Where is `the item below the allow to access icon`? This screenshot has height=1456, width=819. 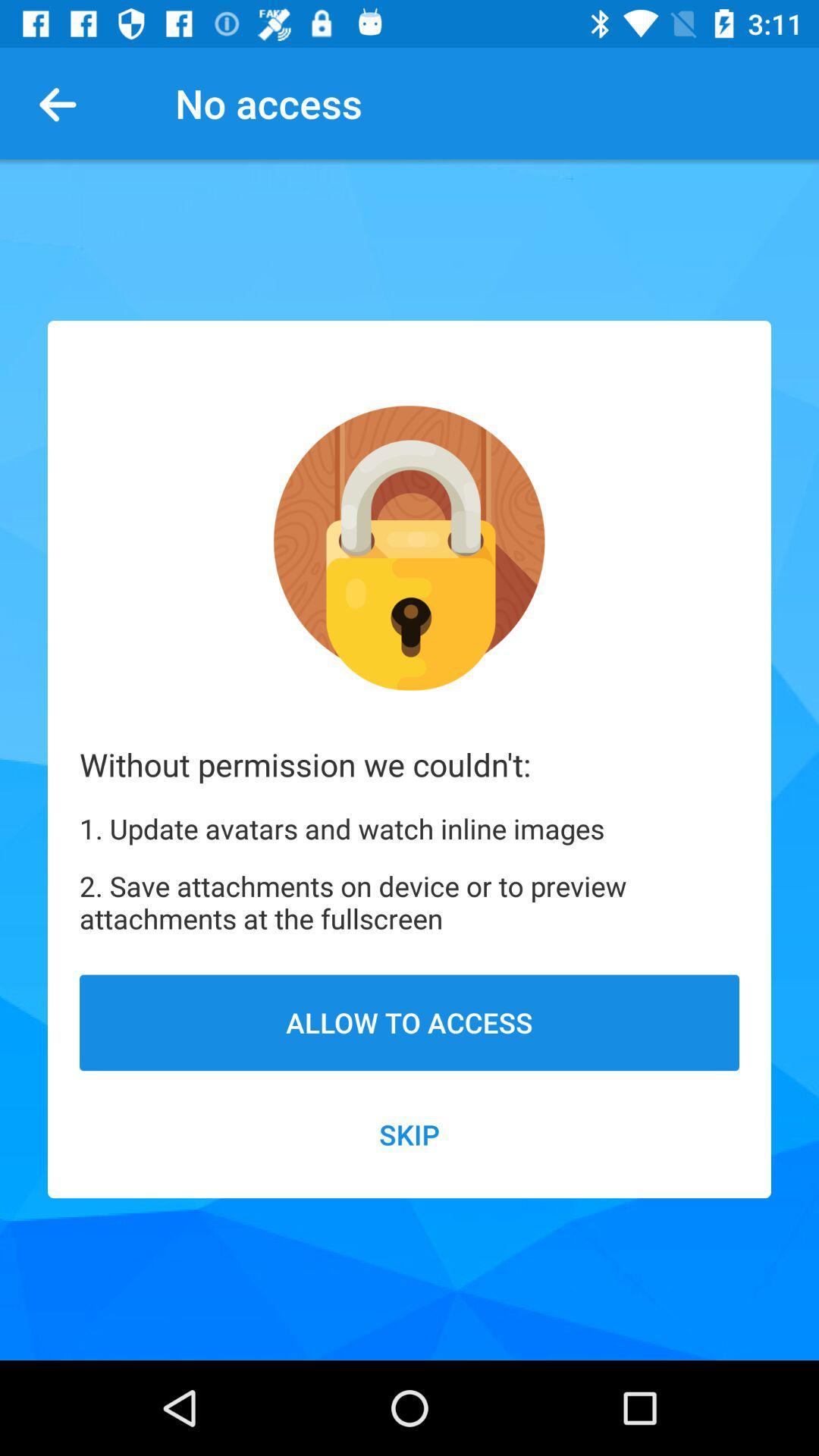
the item below the allow to access icon is located at coordinates (409, 1134).